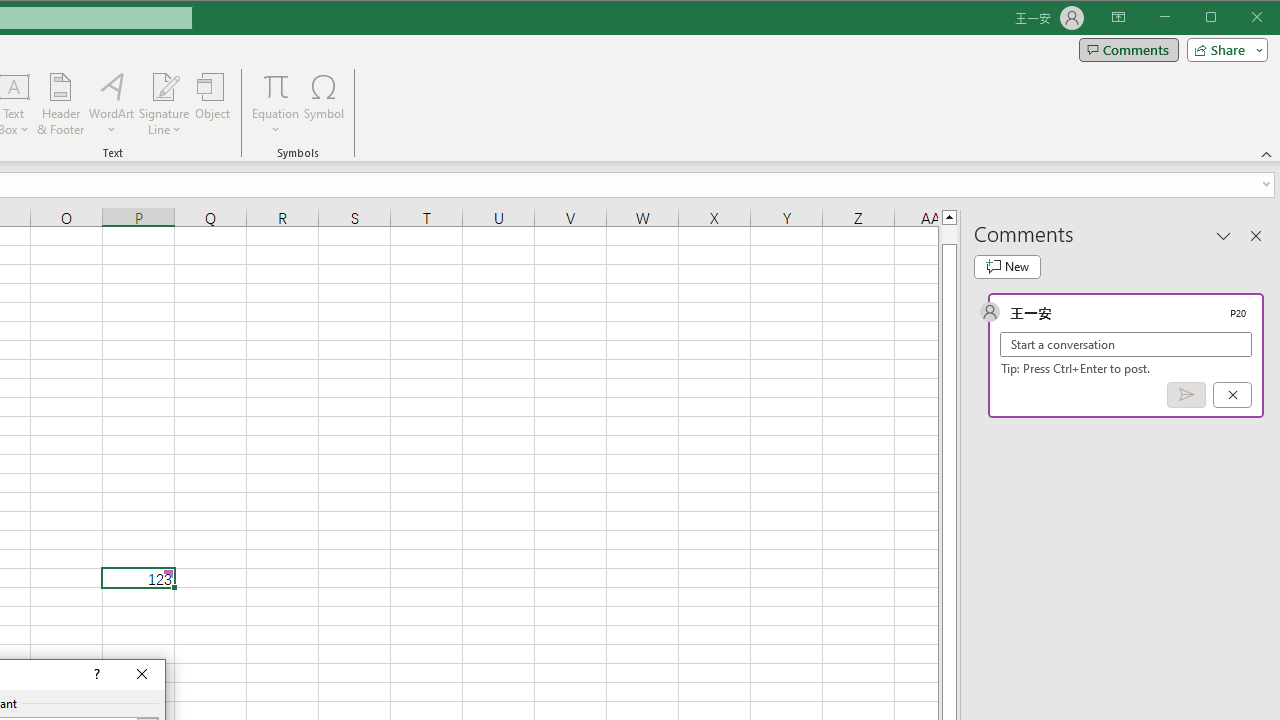  I want to click on 'Collapse the Ribbon', so click(1266, 153).